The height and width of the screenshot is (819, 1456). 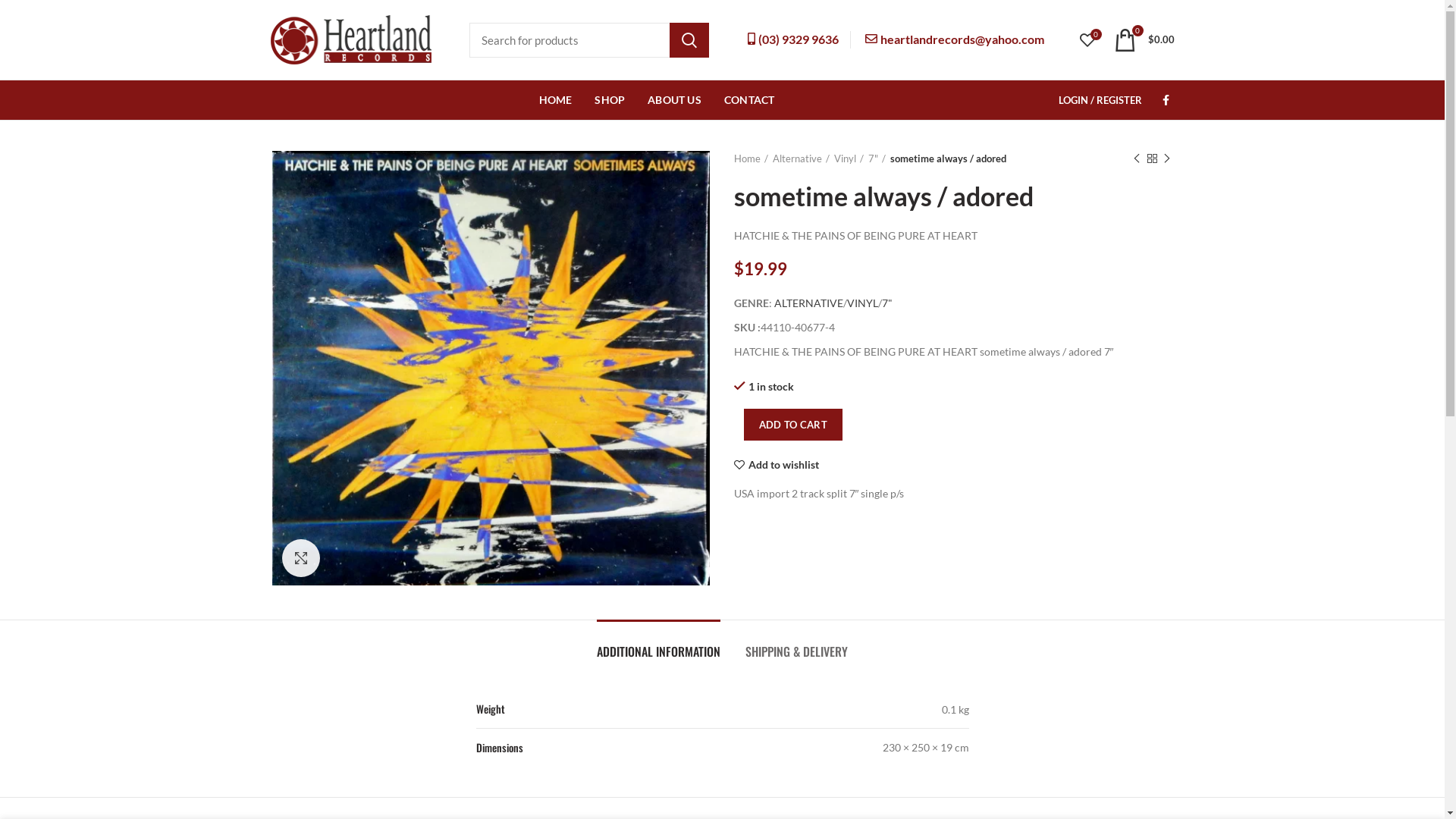 What do you see at coordinates (1165, 99) in the screenshot?
I see `'Facebook'` at bounding box center [1165, 99].